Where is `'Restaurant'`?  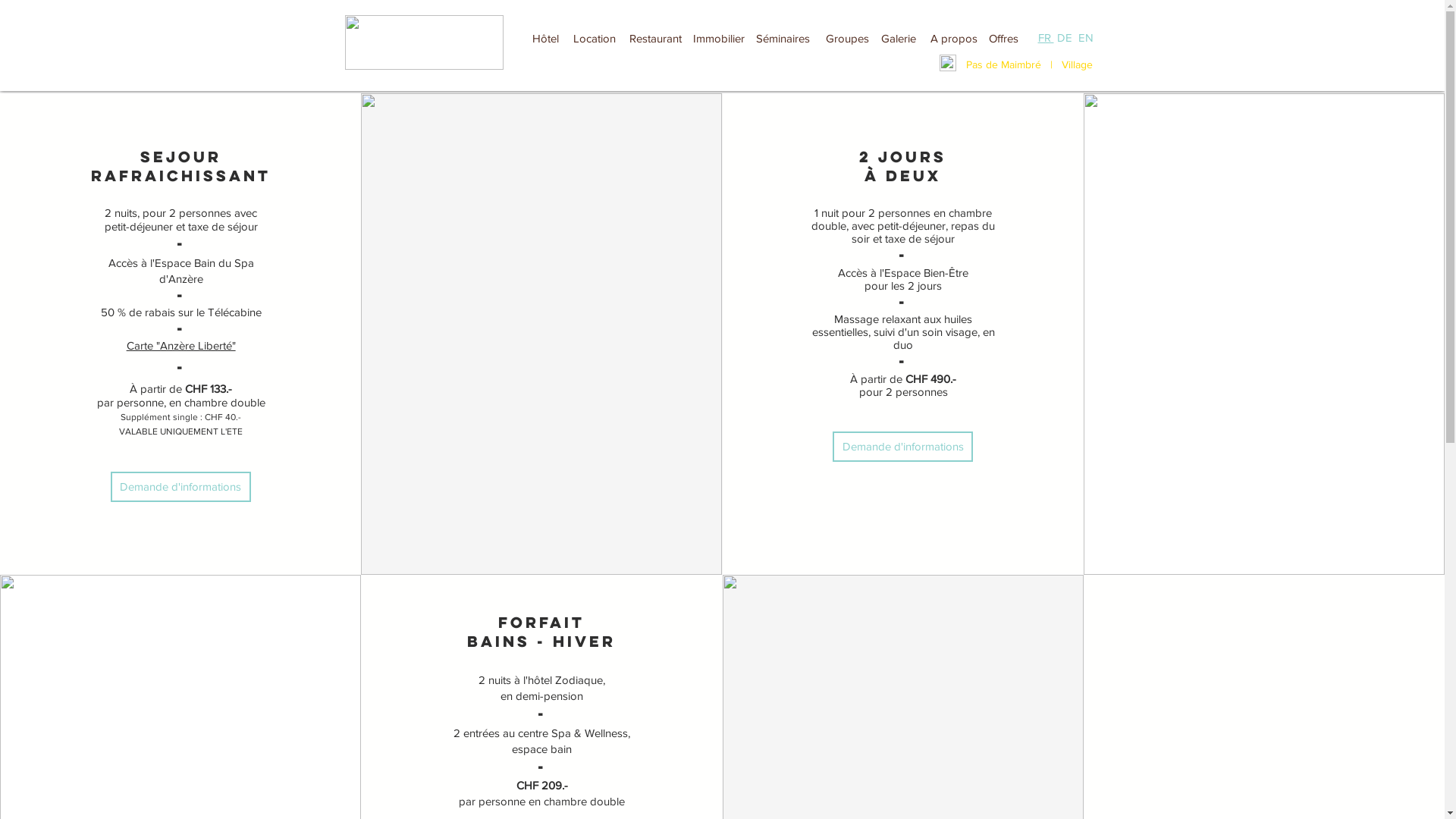 'Restaurant' is located at coordinates (655, 37).